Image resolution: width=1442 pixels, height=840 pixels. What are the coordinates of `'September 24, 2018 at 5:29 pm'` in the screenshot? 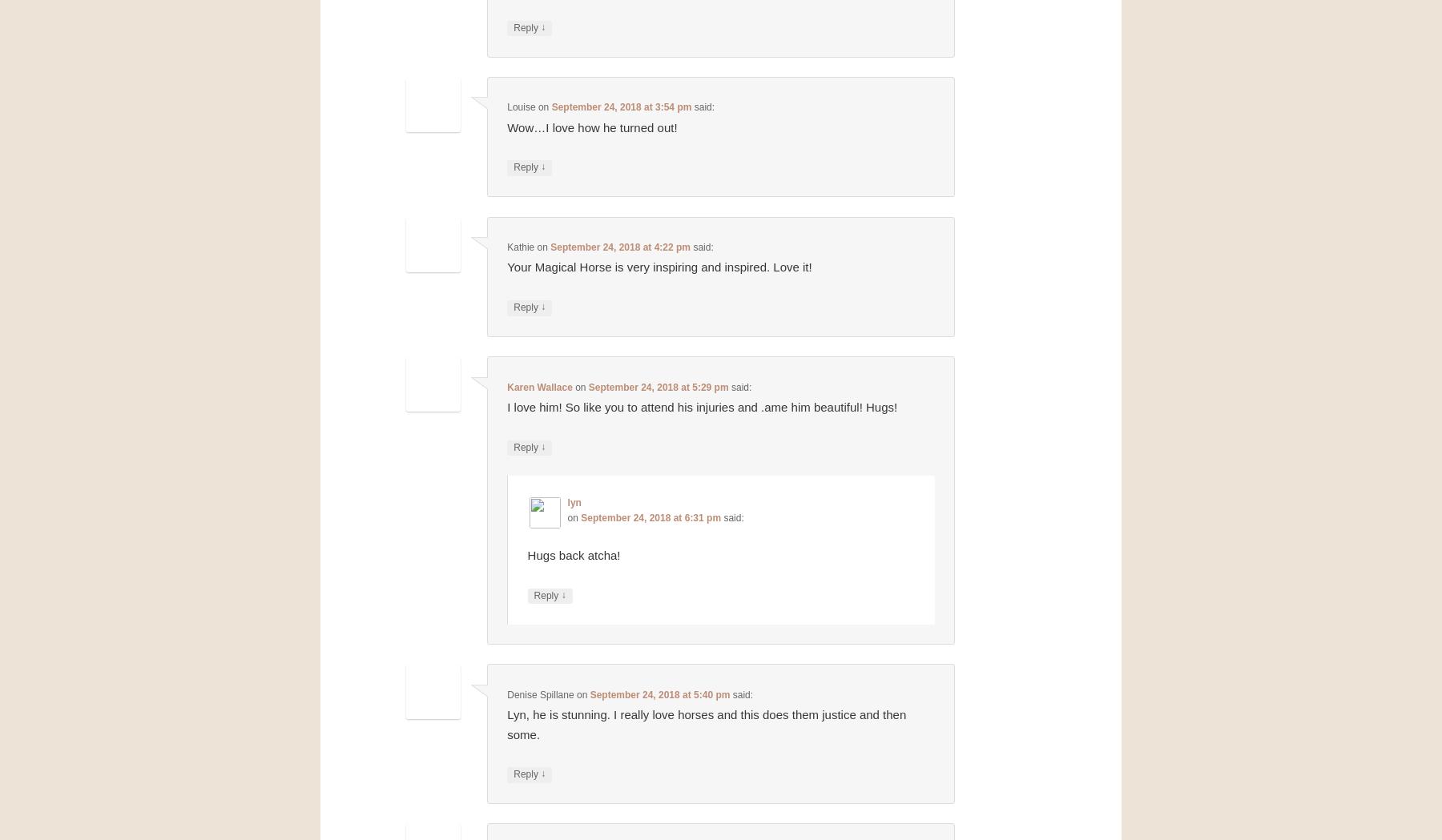 It's located at (658, 386).